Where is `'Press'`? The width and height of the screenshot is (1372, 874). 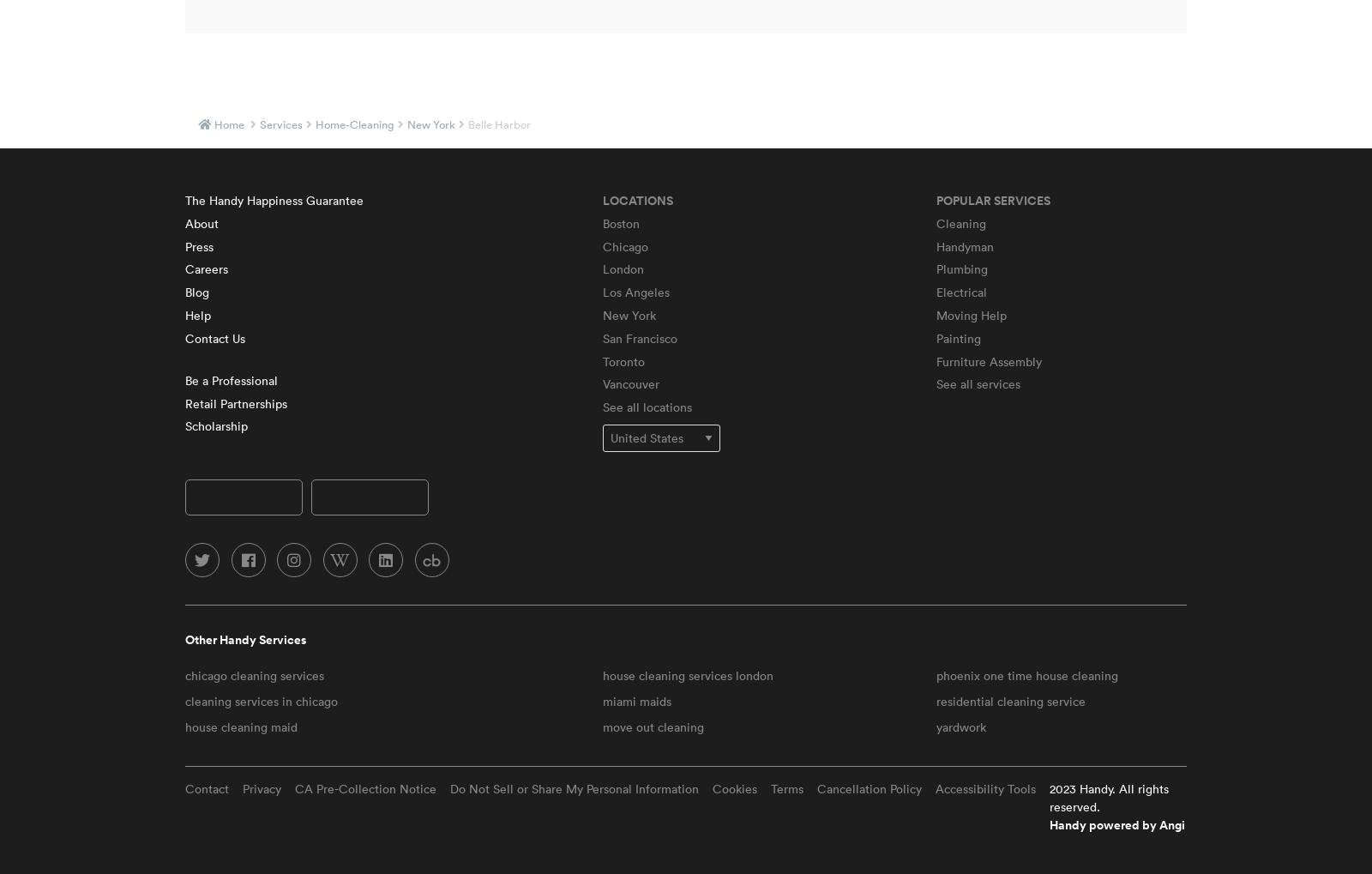 'Press' is located at coordinates (199, 244).